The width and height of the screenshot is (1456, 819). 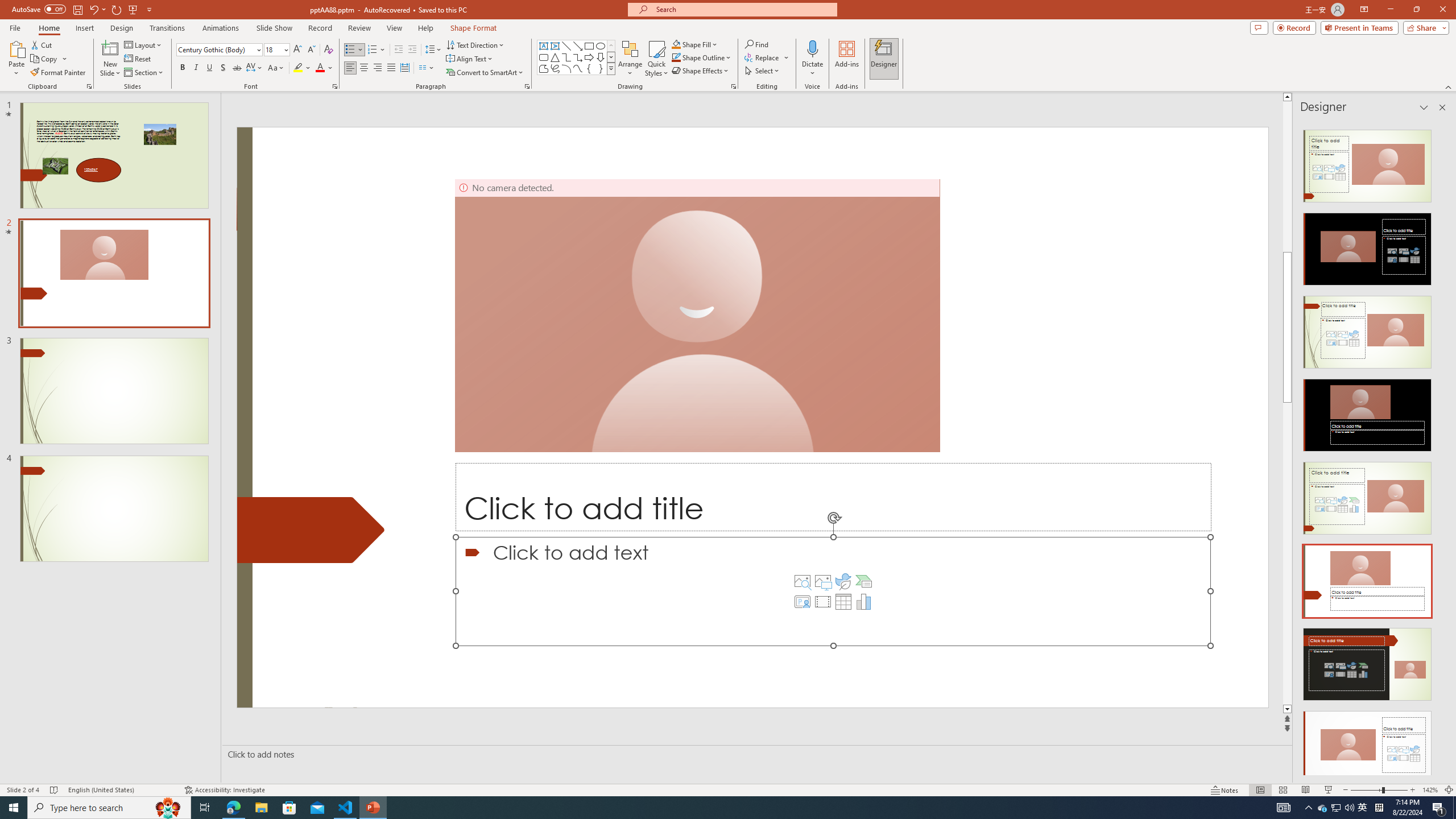 I want to click on 'Camera 7, No camera detected.', so click(x=697, y=315).